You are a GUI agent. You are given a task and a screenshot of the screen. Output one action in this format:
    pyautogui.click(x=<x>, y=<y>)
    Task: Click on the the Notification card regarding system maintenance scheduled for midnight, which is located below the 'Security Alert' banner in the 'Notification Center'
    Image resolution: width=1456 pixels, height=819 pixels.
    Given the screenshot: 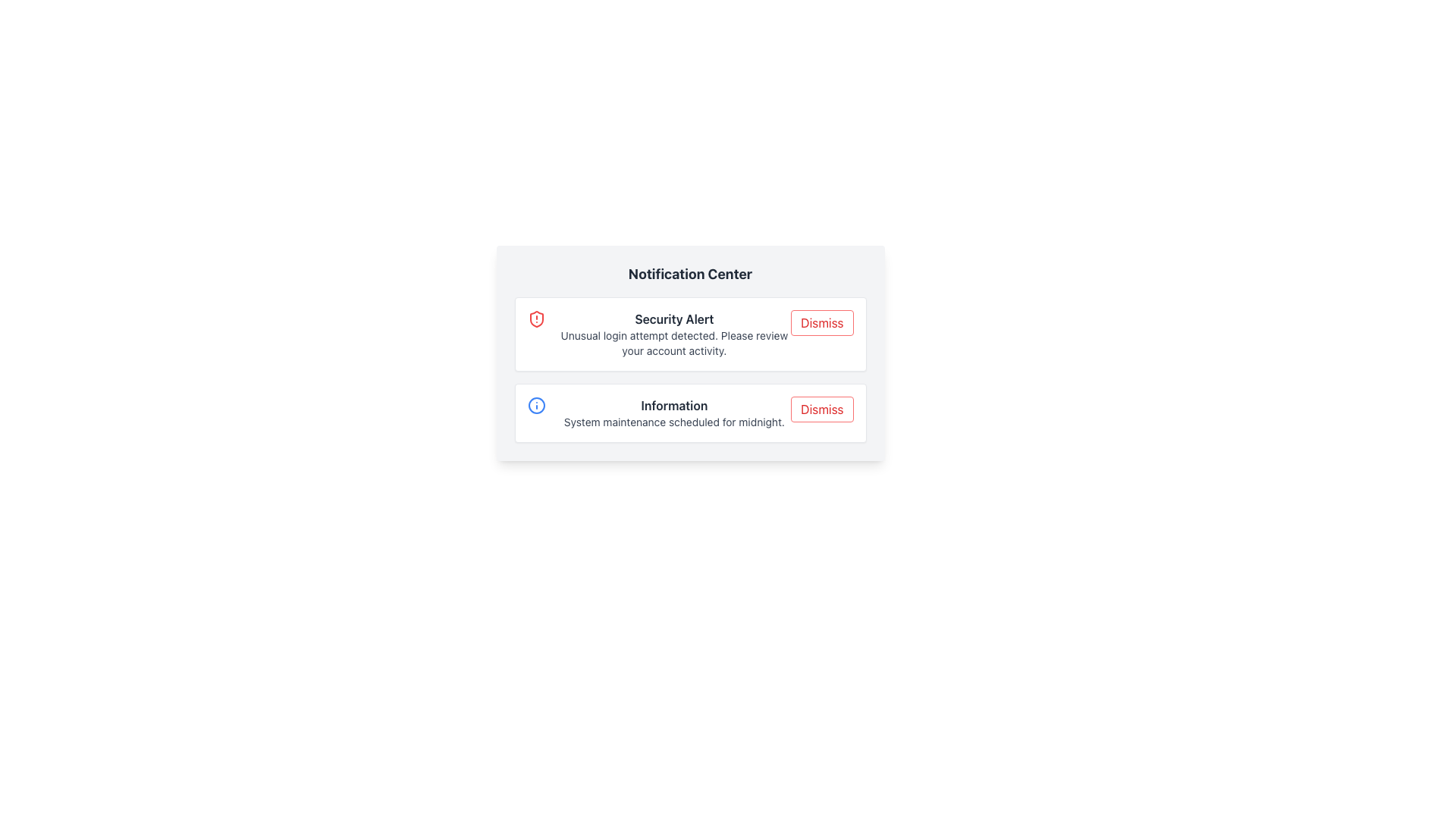 What is the action you would take?
    pyautogui.click(x=689, y=413)
    